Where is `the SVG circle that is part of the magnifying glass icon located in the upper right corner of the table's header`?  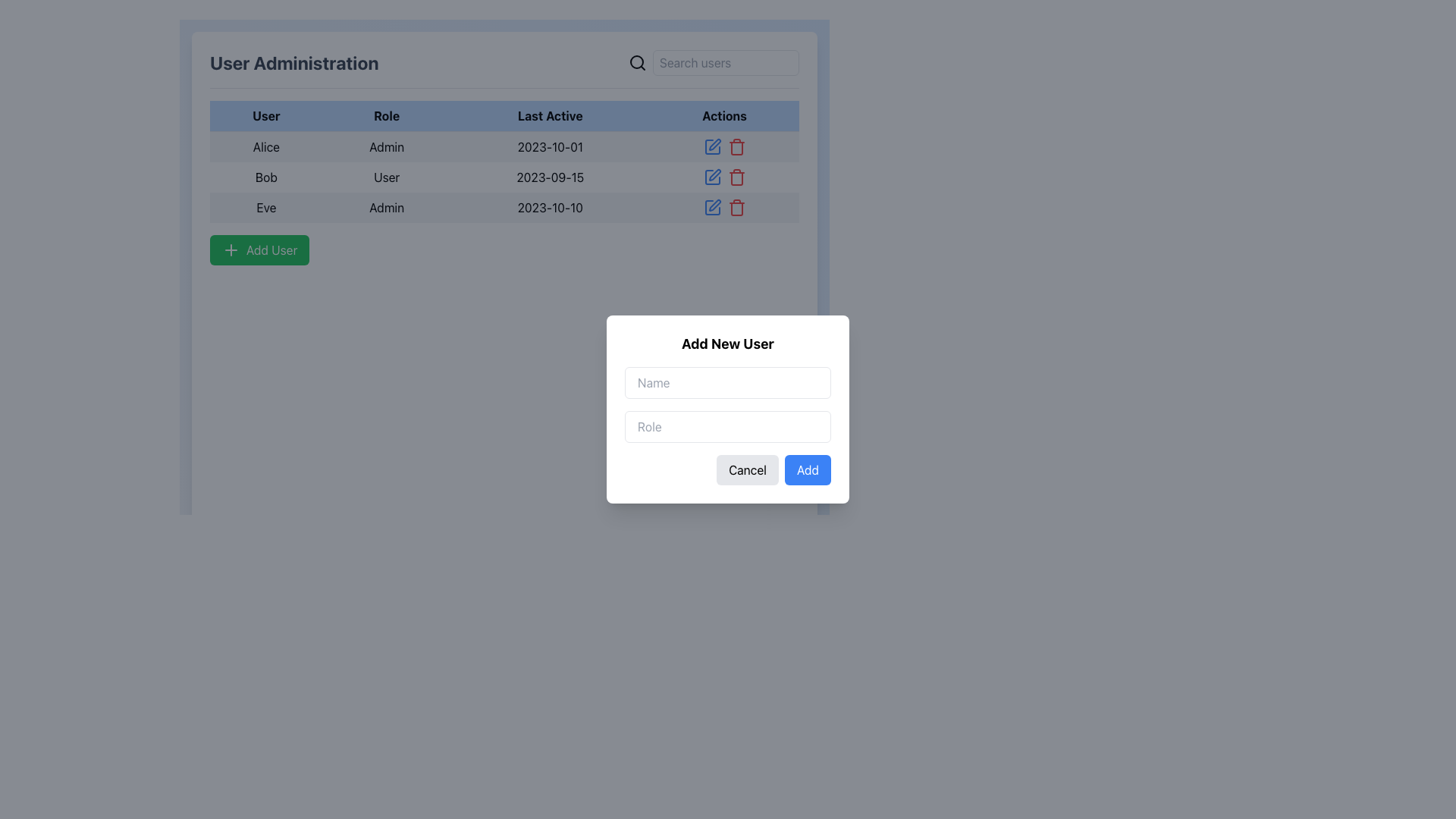 the SVG circle that is part of the magnifying glass icon located in the upper right corner of the table's header is located at coordinates (637, 61).